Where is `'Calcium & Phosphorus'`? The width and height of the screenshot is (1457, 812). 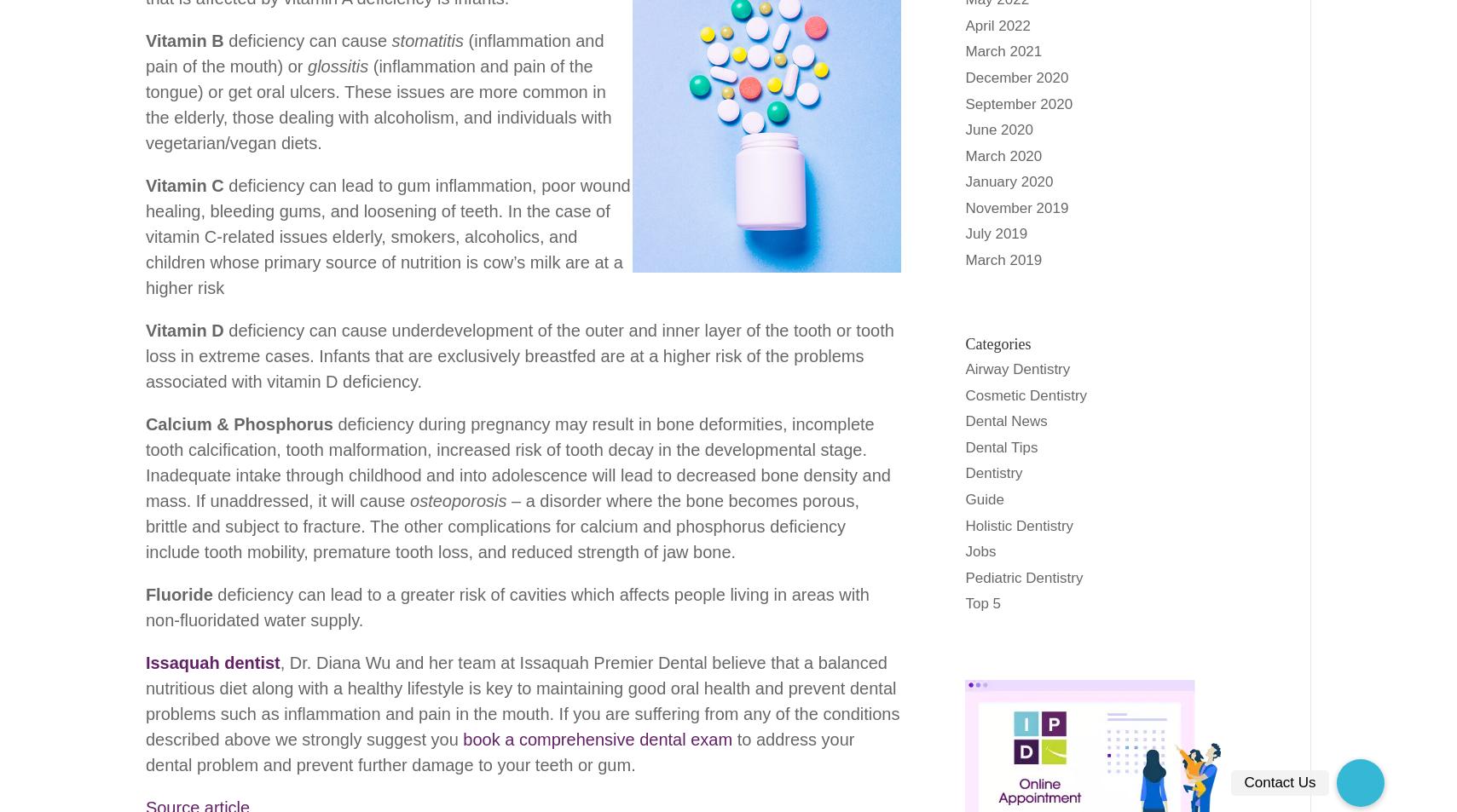 'Calcium & Phosphorus' is located at coordinates (237, 423).